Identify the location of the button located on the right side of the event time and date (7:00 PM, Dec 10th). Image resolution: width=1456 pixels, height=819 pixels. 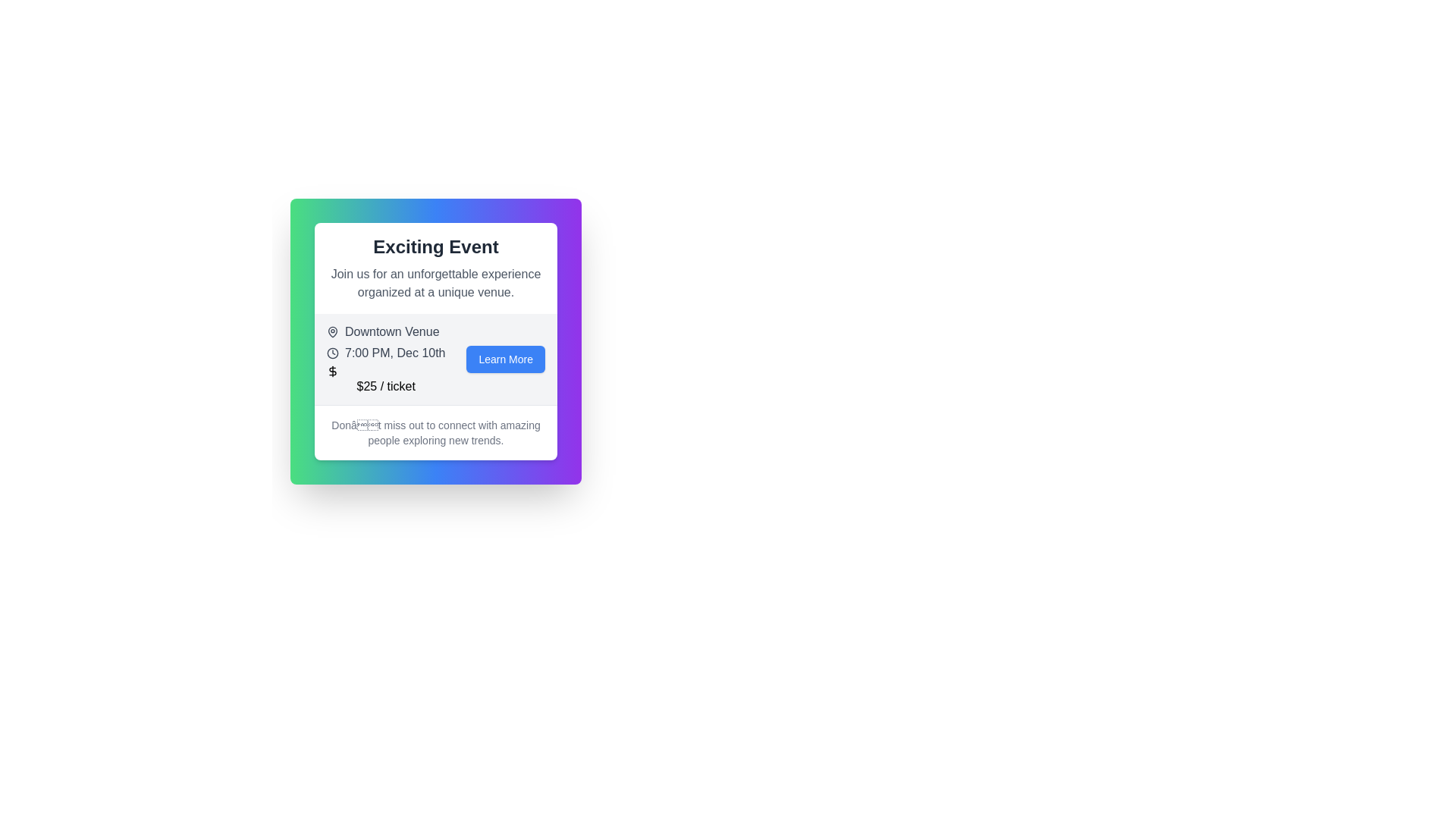
(506, 359).